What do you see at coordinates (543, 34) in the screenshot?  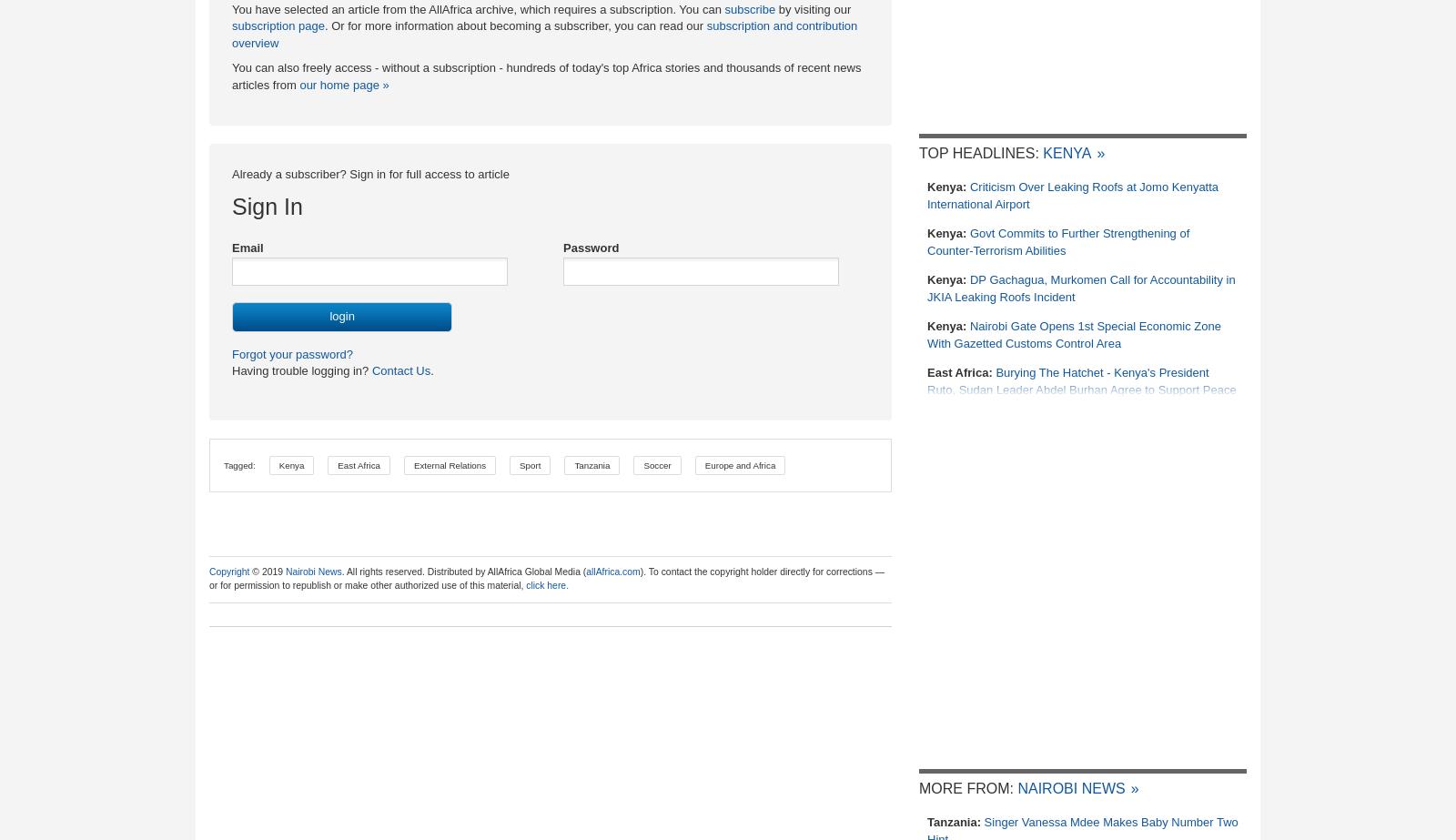 I see `'subscription and contribution overview'` at bounding box center [543, 34].